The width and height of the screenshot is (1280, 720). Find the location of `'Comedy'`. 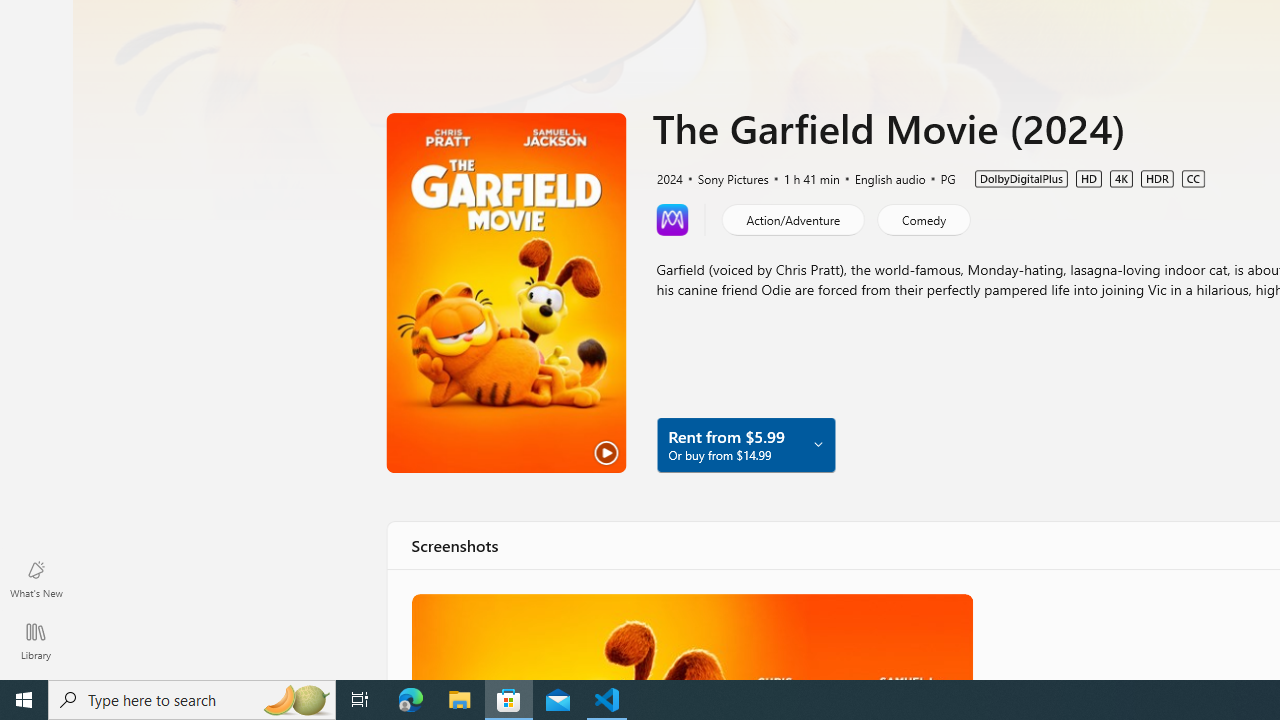

'Comedy' is located at coordinates (922, 218).